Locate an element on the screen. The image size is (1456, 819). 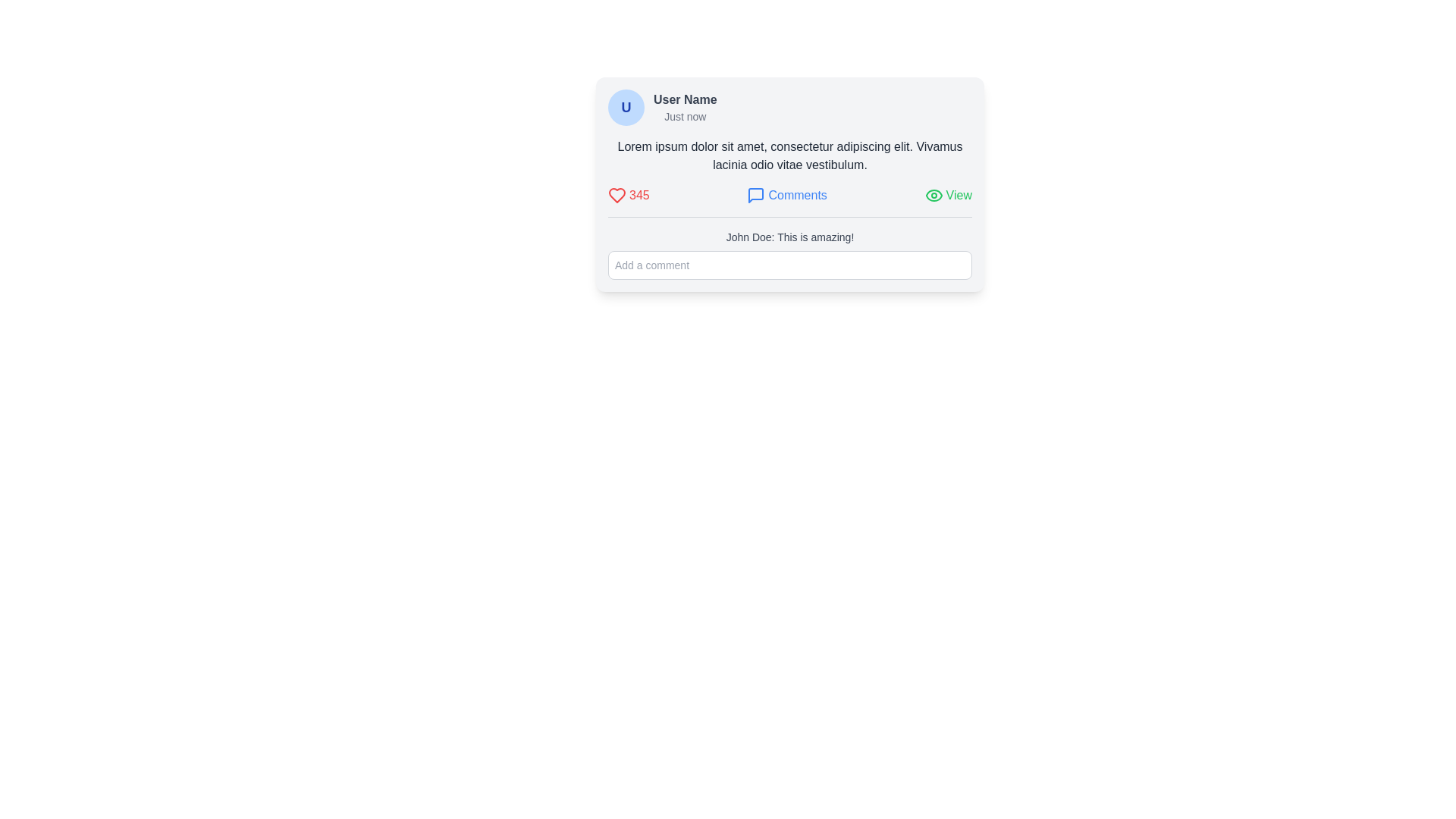
timestamp text label located below the 'User Name' text in the content box to gain temporal context for the associated content is located at coordinates (684, 116).